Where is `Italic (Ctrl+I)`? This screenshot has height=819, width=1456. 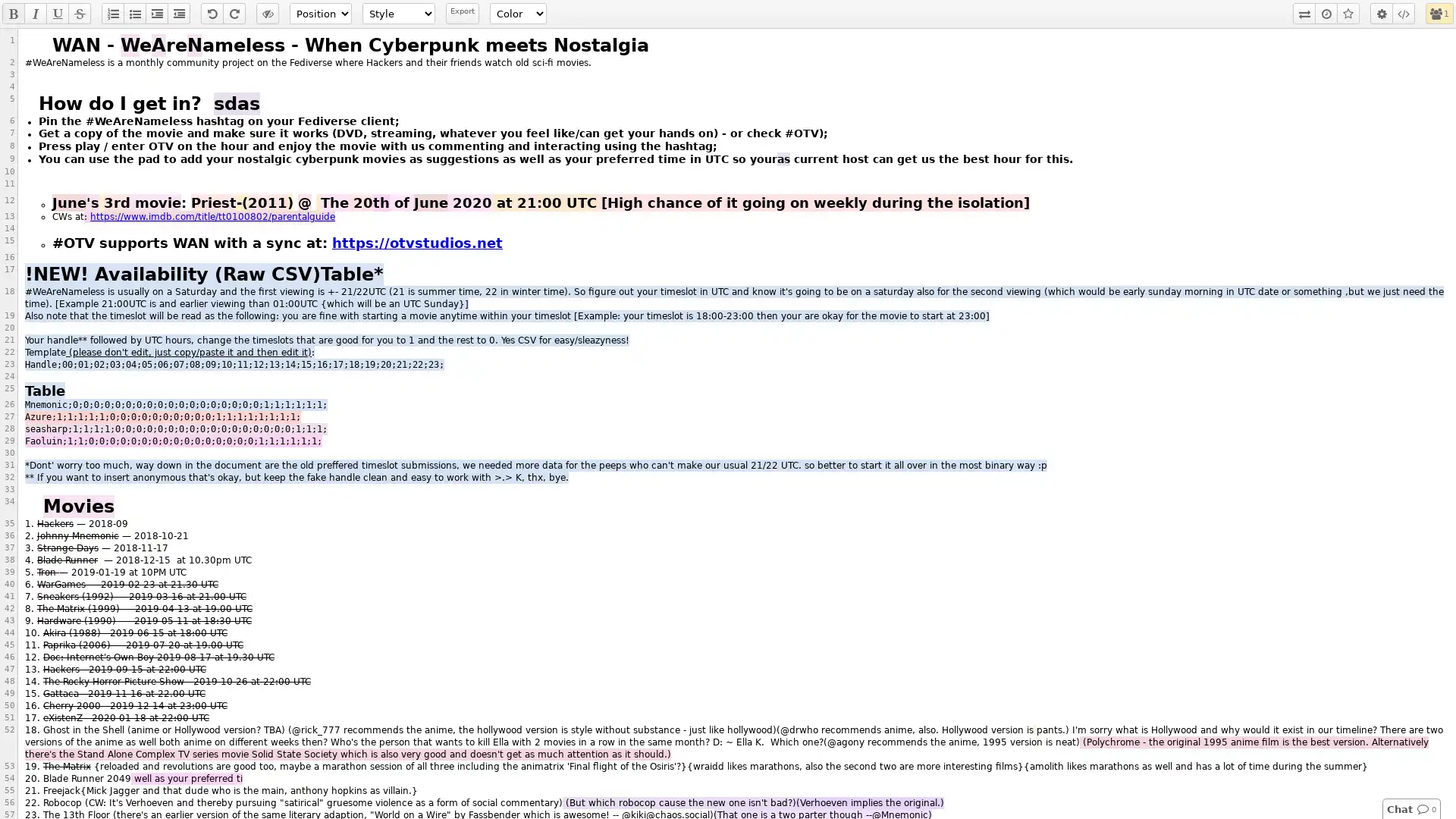 Italic (Ctrl+I) is located at coordinates (36, 14).